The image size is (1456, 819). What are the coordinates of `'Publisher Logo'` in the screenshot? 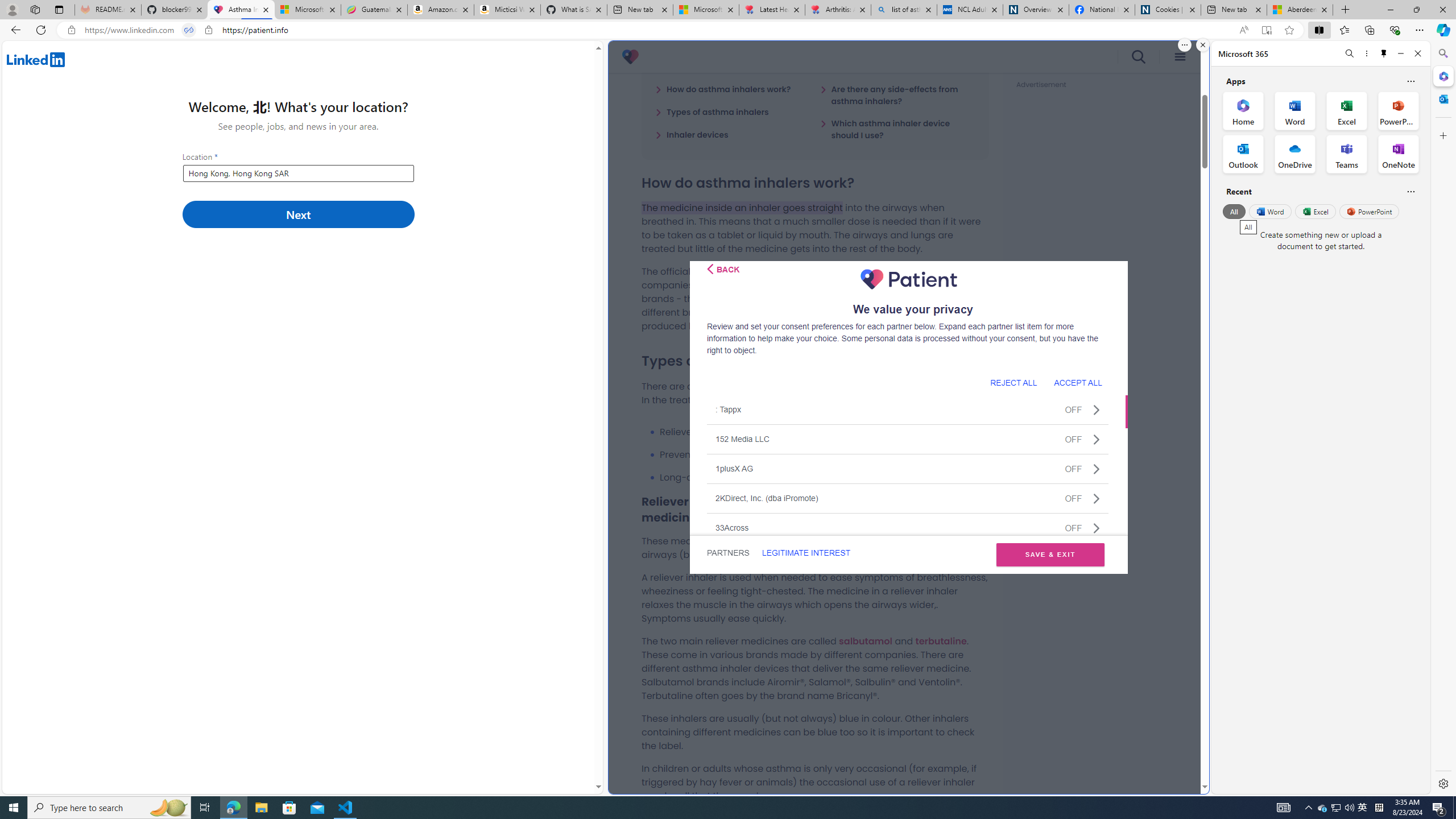 It's located at (908, 279).